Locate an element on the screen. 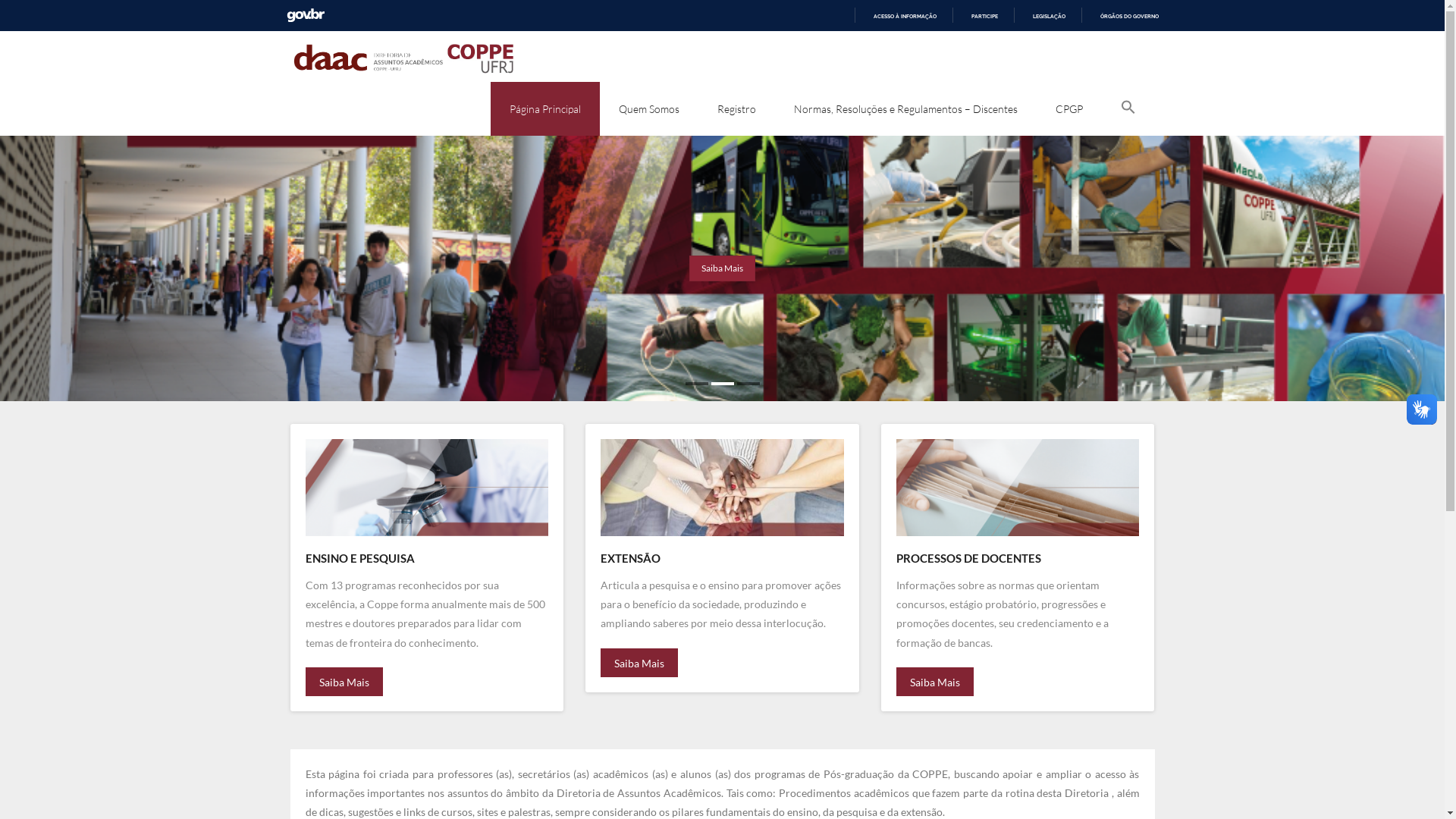  '3' is located at coordinates (748, 382).